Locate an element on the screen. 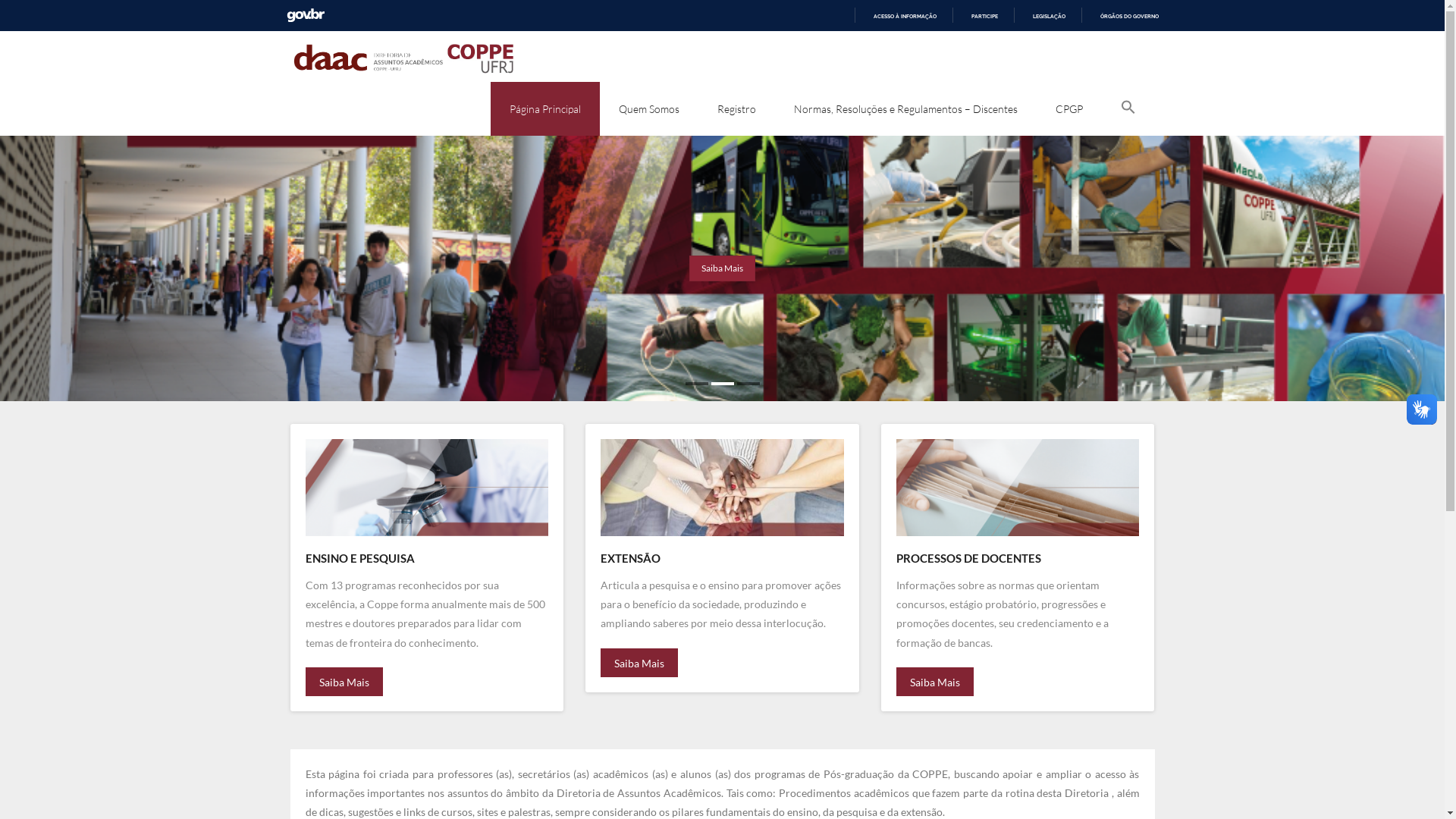  '3' is located at coordinates (748, 382).